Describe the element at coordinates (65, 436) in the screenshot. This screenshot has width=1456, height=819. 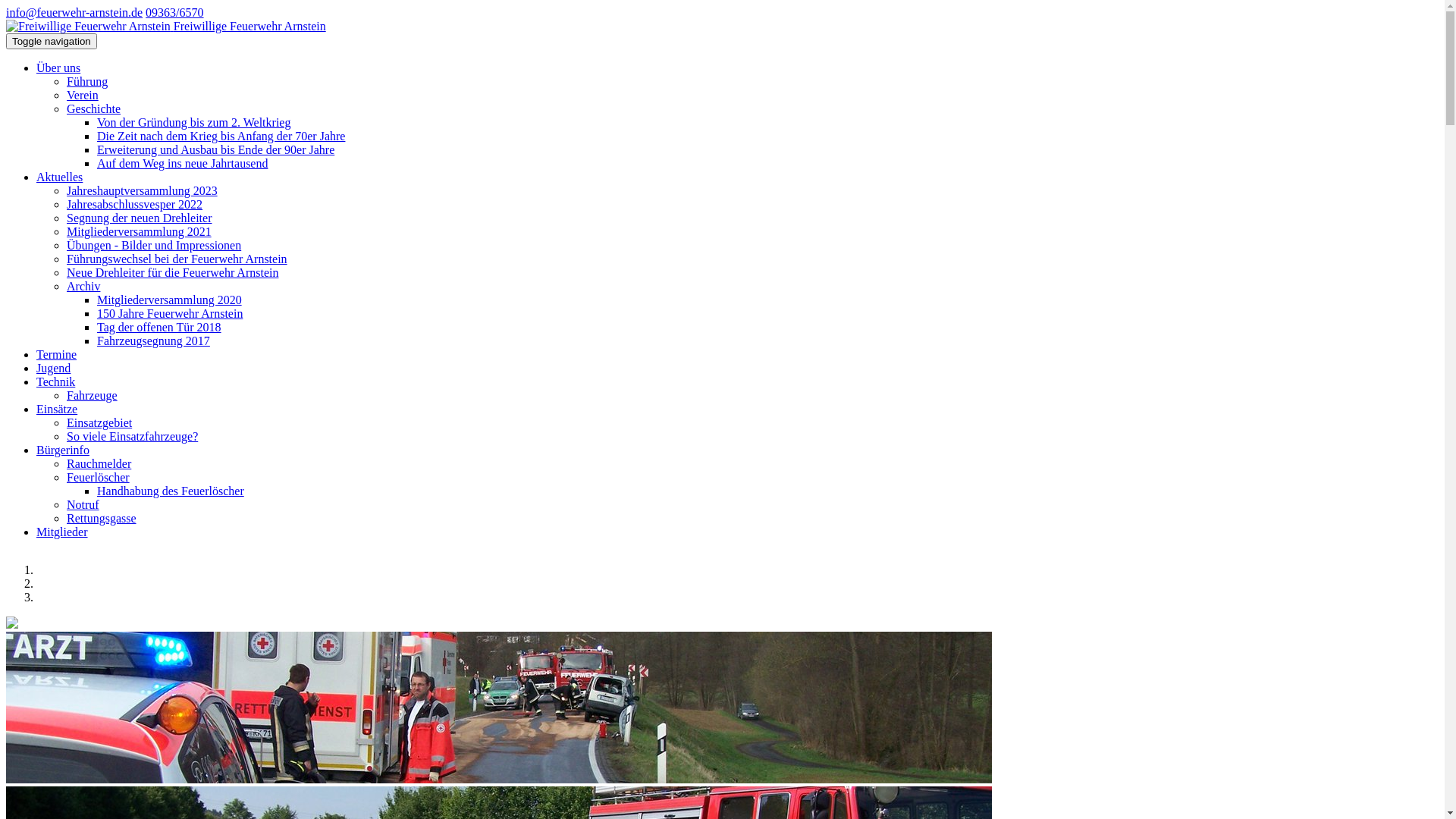
I see `'So viele Einsatzfahrzeuge?'` at that location.